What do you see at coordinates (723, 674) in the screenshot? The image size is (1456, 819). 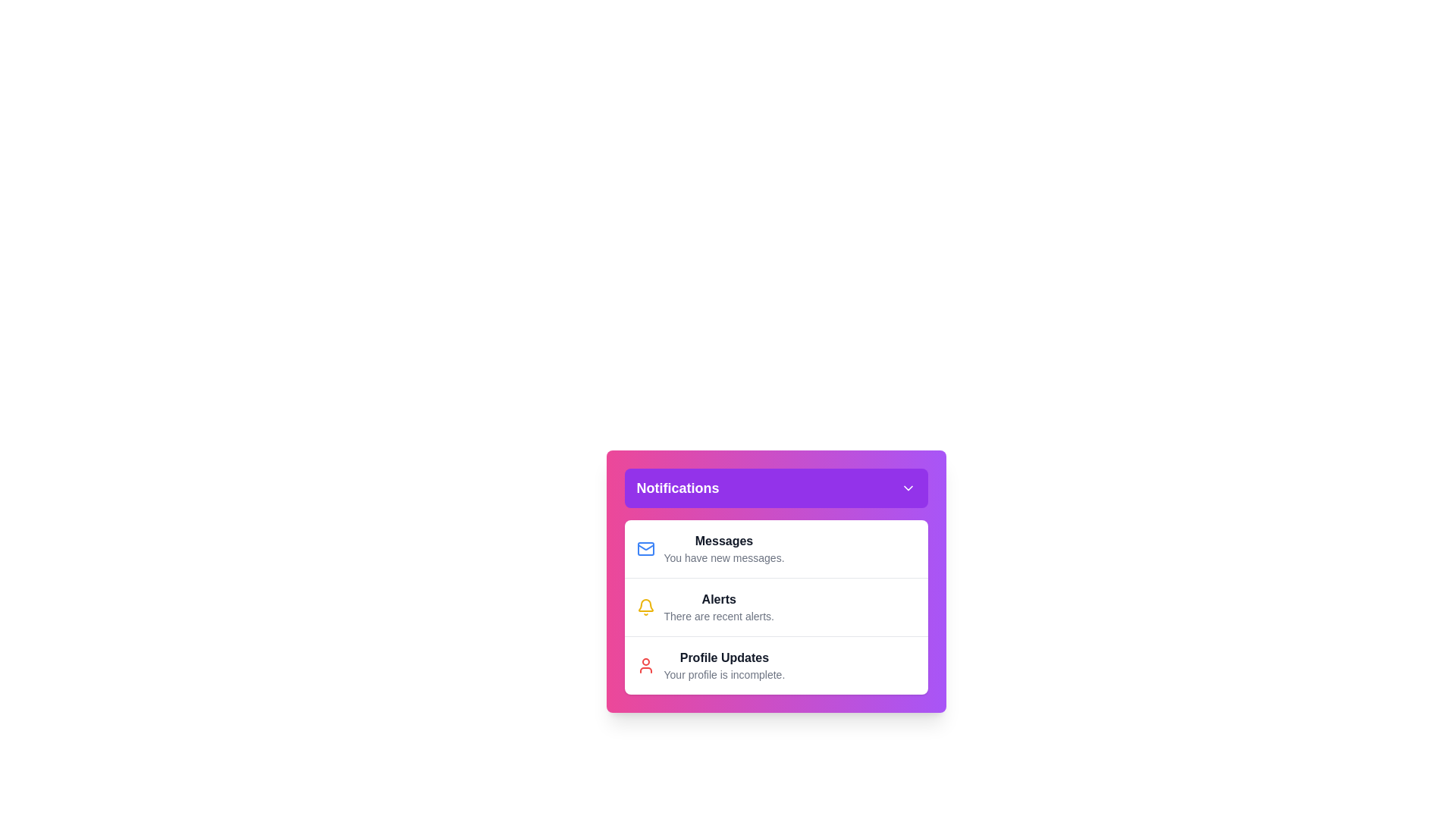 I see `static text segment that says 'Your profile is incomplete.' located below the 'Profile Updates' header in the notification card` at bounding box center [723, 674].